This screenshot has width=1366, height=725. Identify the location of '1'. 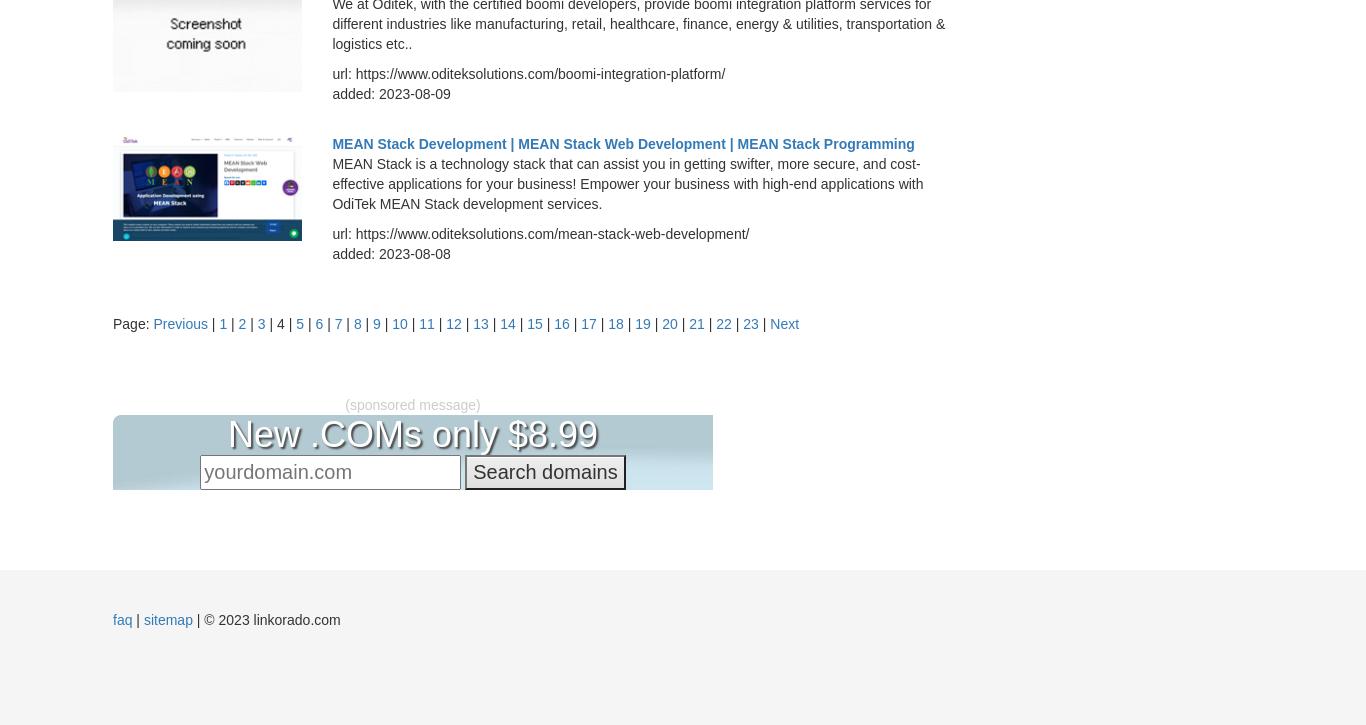
(222, 324).